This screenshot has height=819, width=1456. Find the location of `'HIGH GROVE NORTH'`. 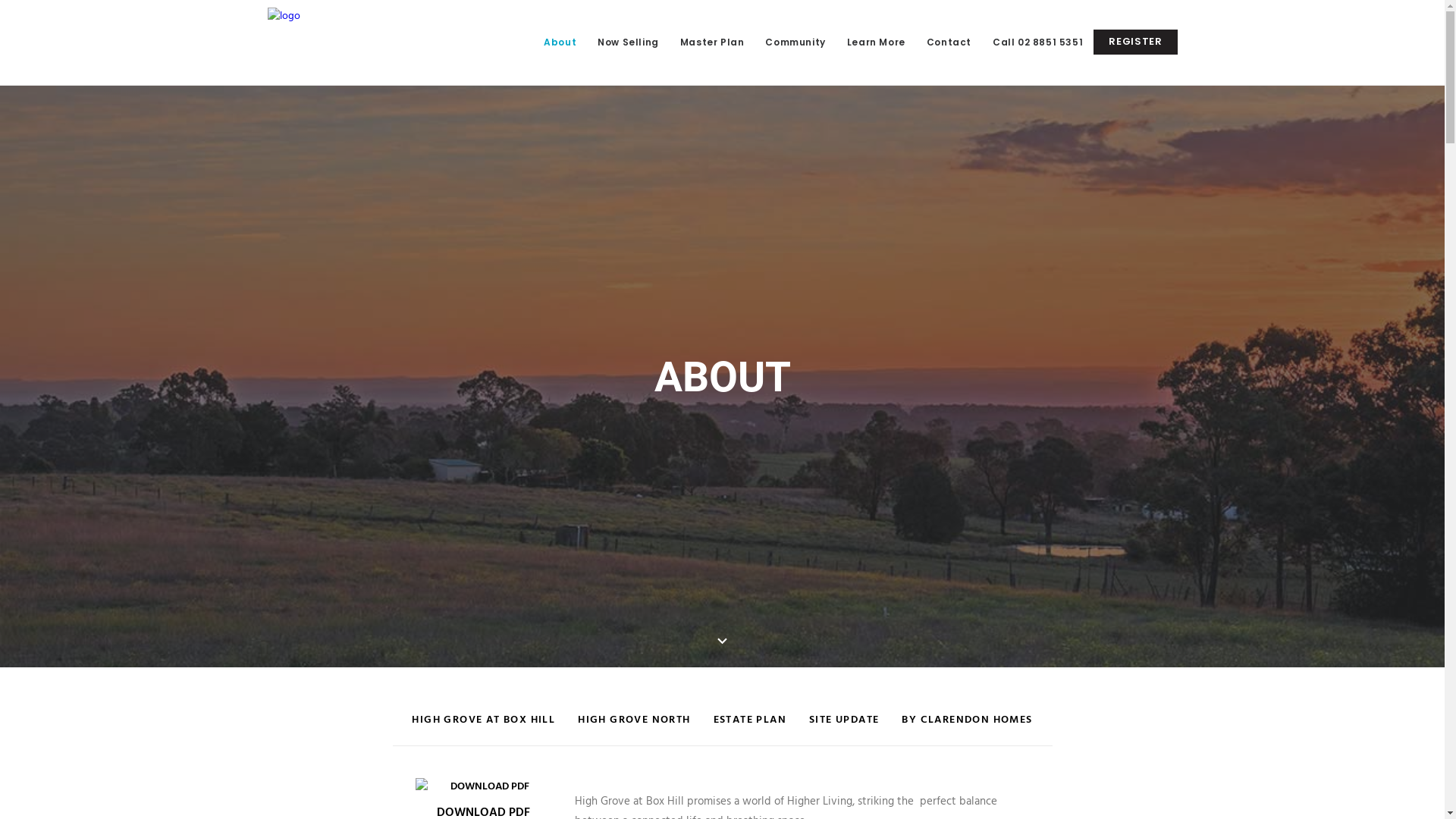

'HIGH GROVE NORTH' is located at coordinates (633, 727).